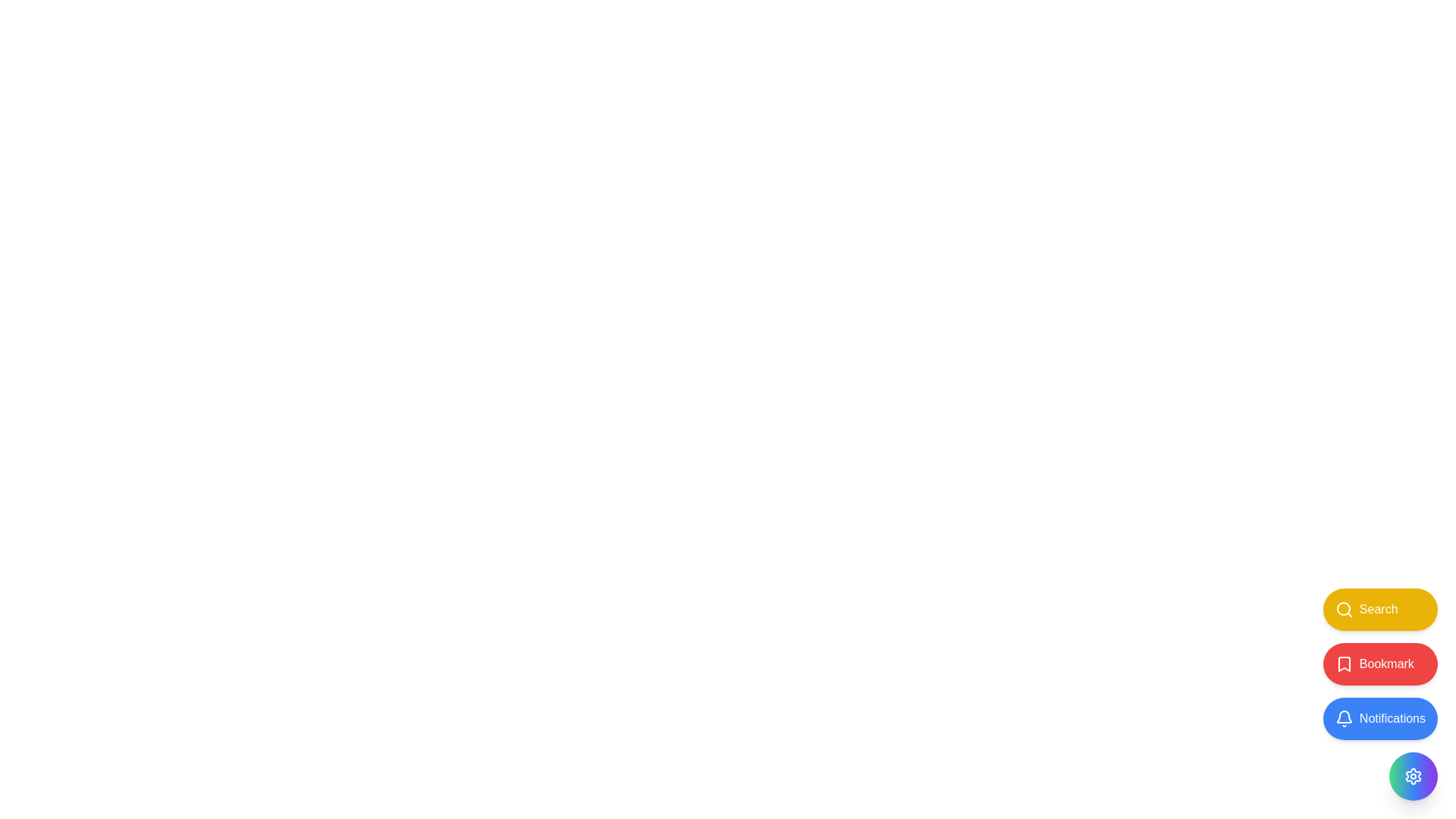  I want to click on text 'Notifications' from the text label inside the notification button, which is located on the right side of the interface, adjacent to a bell icon and within a rounded blue button, so click(1392, 718).